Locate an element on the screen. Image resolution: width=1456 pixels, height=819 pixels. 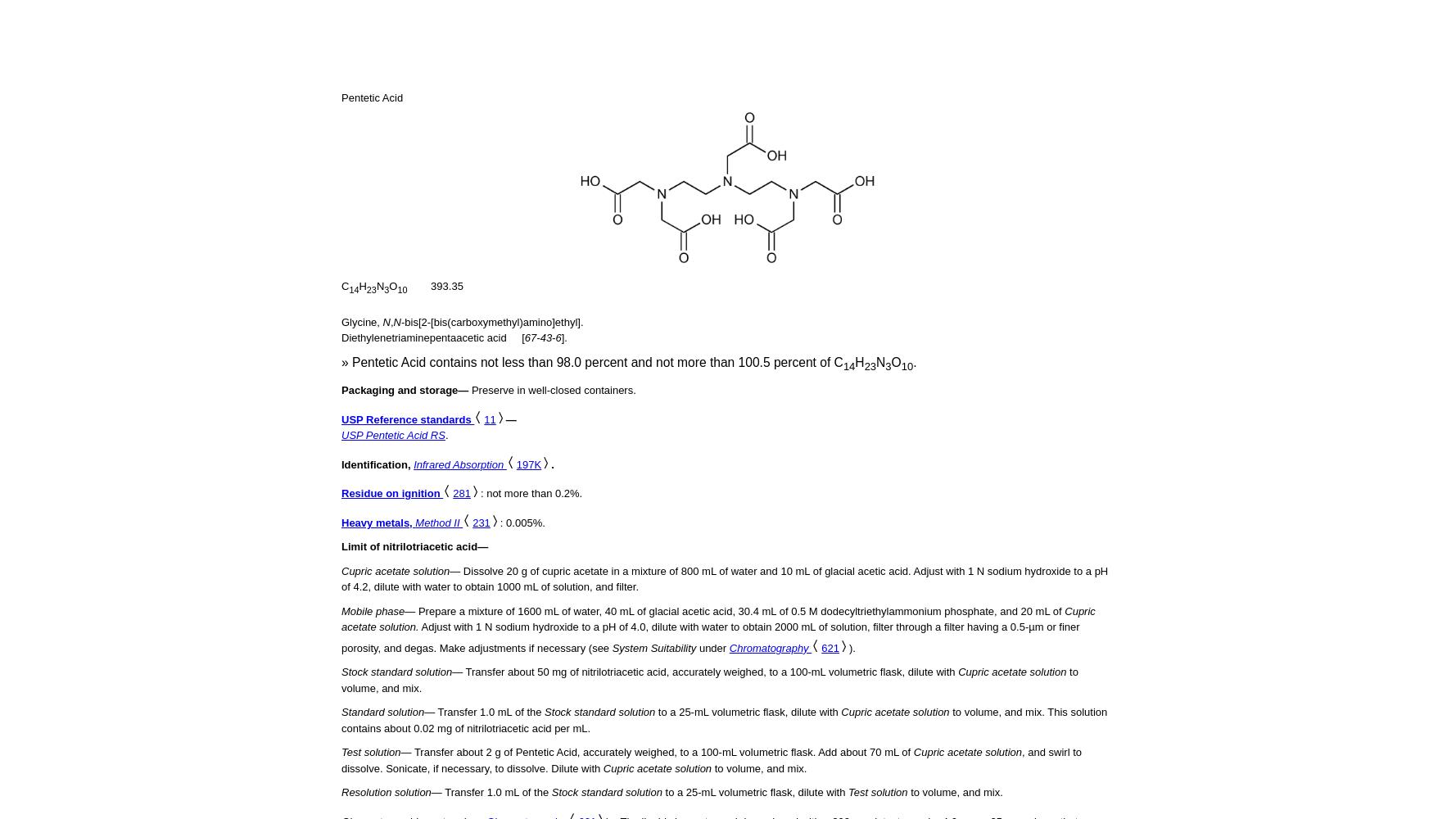
'Dissolve 20 g of cupric acetate in a mixture of 800 mL of water and 10 mL of glacial acetic acid. Adjust with 1 N sodium hydroxide to a pH of 4.2, dilute with water to obtain 1000 mL of solution, and filter.' is located at coordinates (724, 577).